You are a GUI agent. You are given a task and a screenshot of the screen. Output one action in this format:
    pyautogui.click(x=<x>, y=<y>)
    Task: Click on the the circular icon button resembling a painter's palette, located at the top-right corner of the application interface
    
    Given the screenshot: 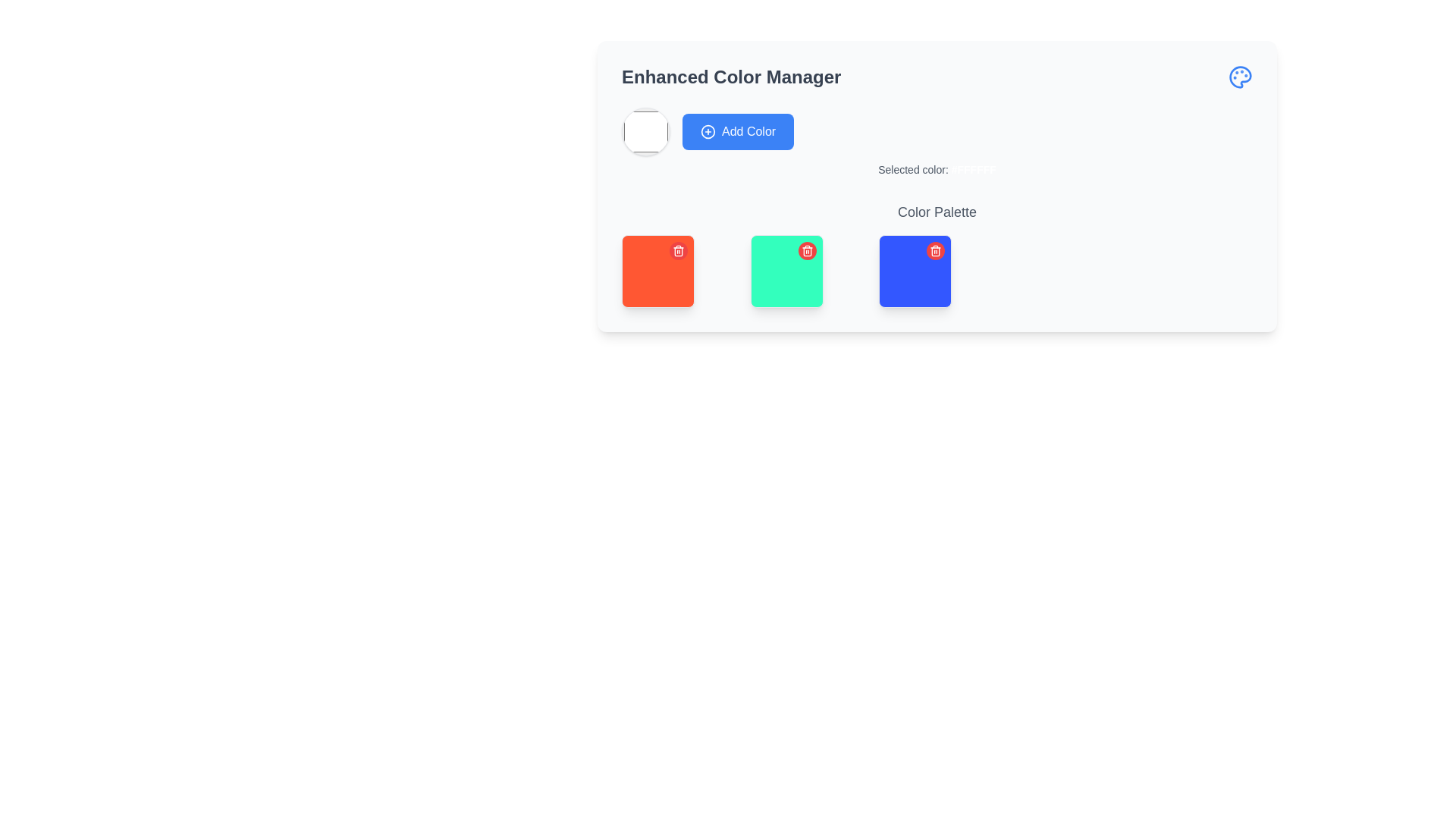 What is the action you would take?
    pyautogui.click(x=1241, y=77)
    